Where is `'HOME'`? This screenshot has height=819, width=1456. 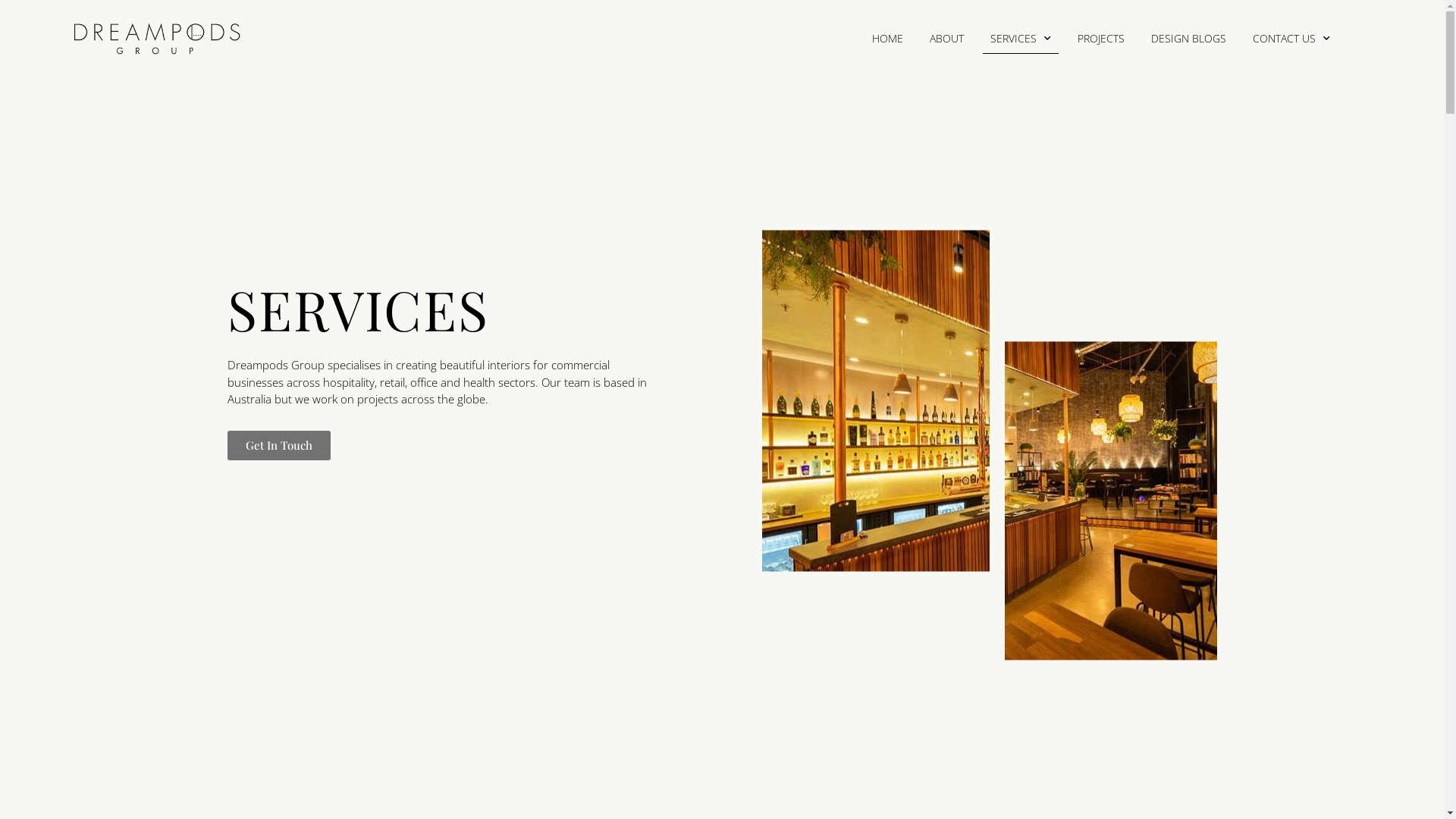 'HOME' is located at coordinates (887, 37).